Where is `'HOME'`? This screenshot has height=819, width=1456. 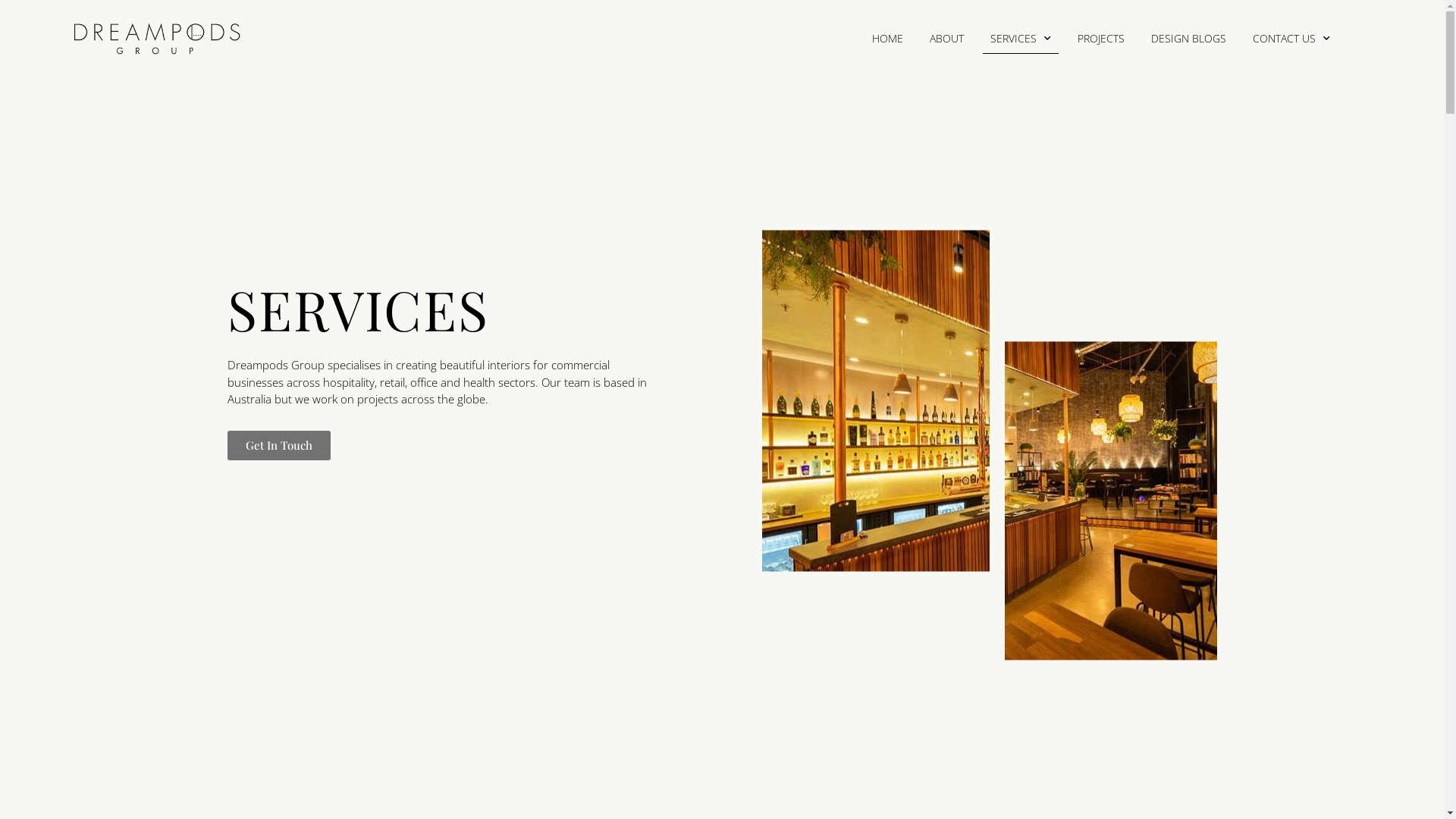 'HOME' is located at coordinates (887, 37).